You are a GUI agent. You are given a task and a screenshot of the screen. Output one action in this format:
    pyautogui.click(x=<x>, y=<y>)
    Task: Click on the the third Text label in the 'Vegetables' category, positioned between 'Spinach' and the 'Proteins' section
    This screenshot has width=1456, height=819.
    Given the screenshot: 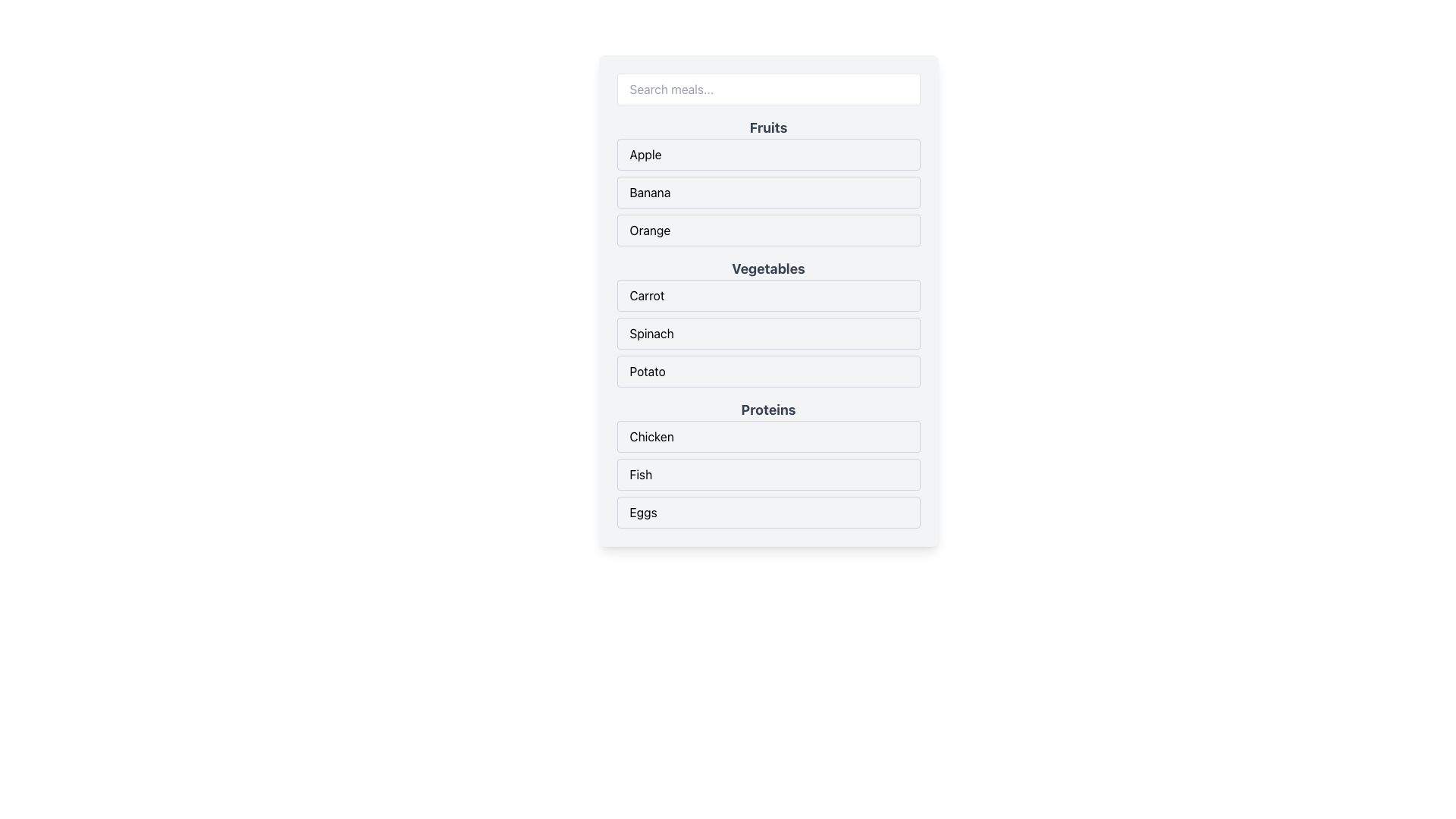 What is the action you would take?
    pyautogui.click(x=648, y=371)
    